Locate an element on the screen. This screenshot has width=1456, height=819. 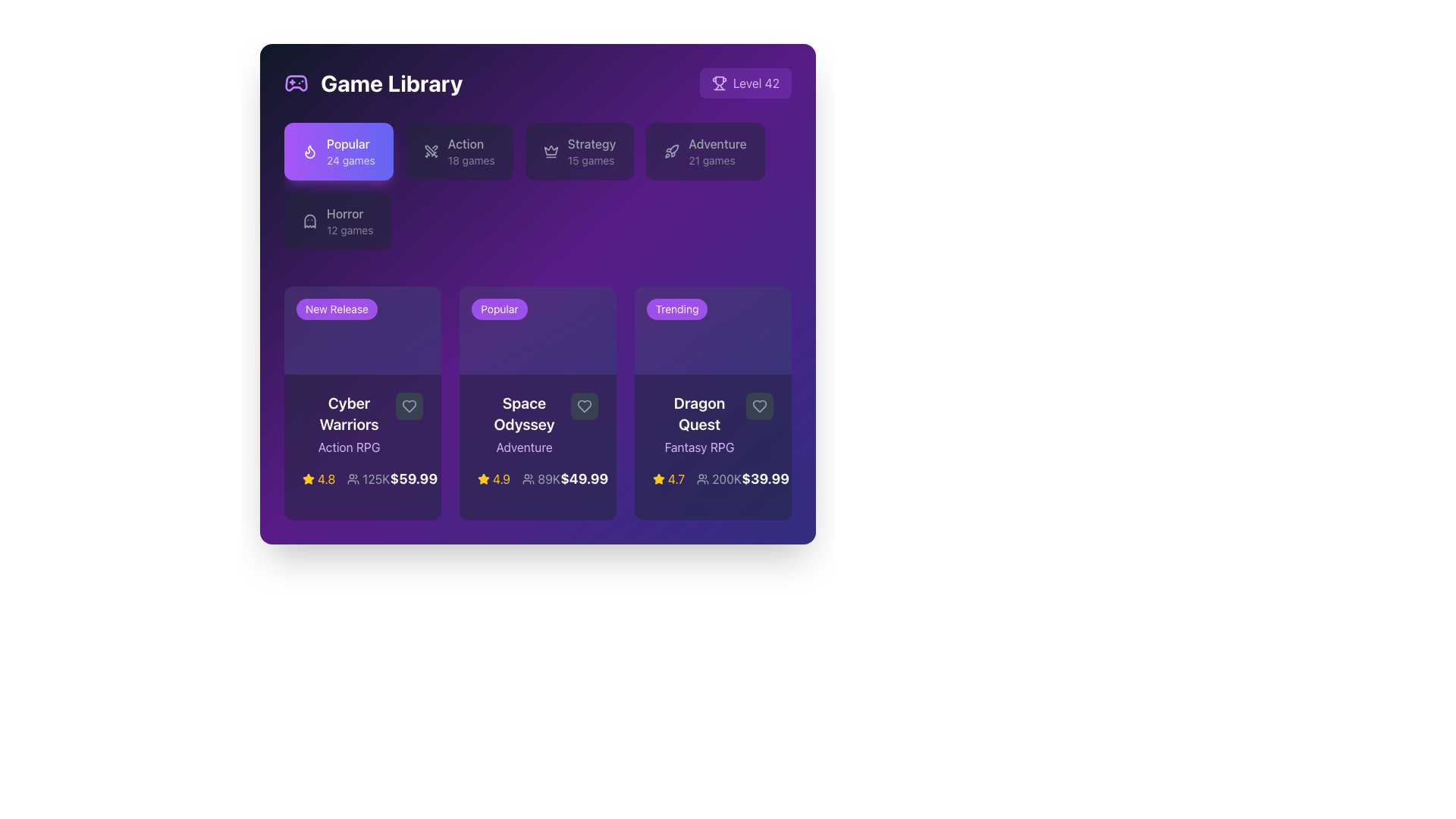
the text label displaying '24 games', which is located below the 'Popular' text in the game library interface is located at coordinates (350, 161).